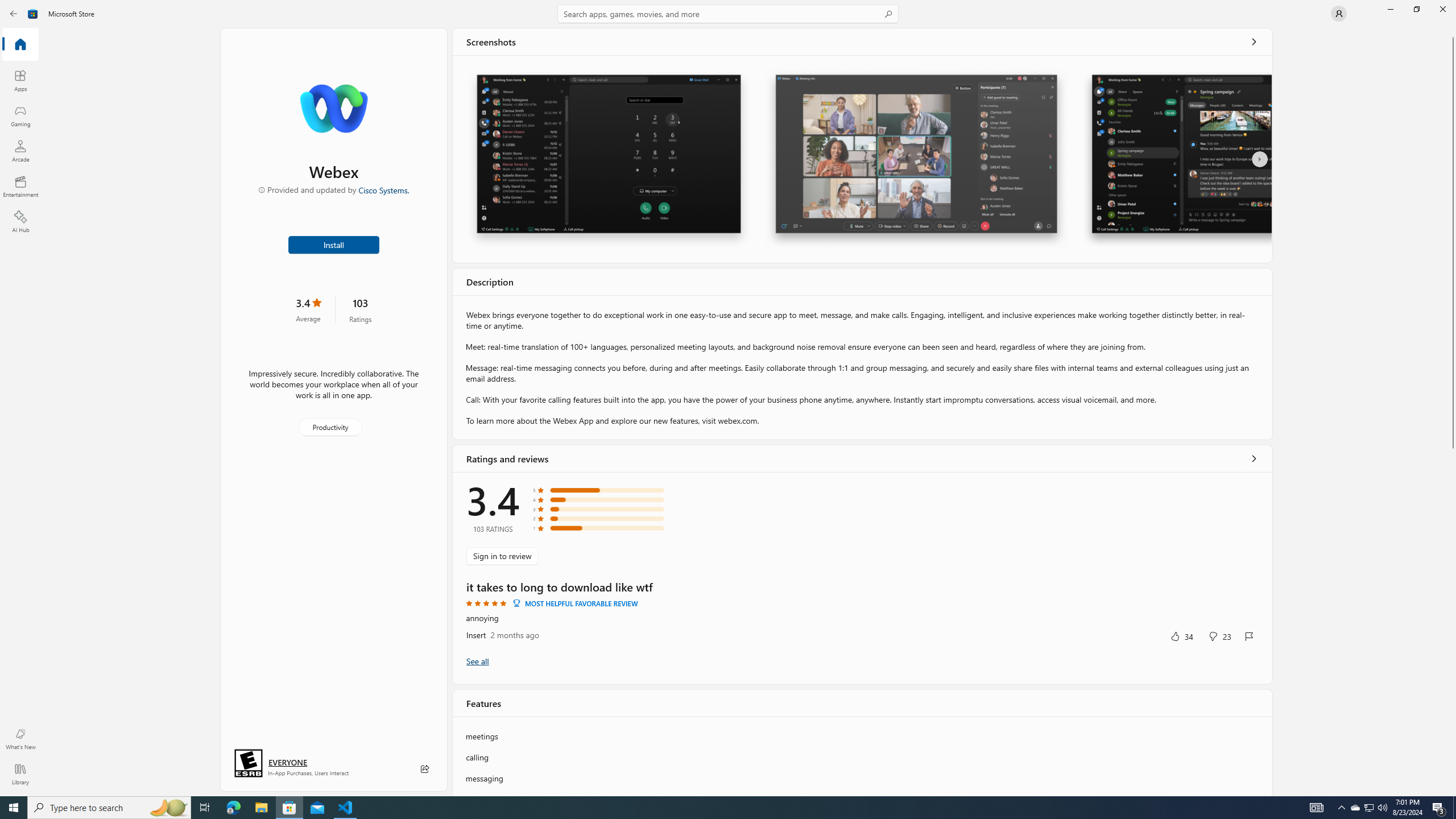  What do you see at coordinates (1442, 9) in the screenshot?
I see `'Close Microsoft Store'` at bounding box center [1442, 9].